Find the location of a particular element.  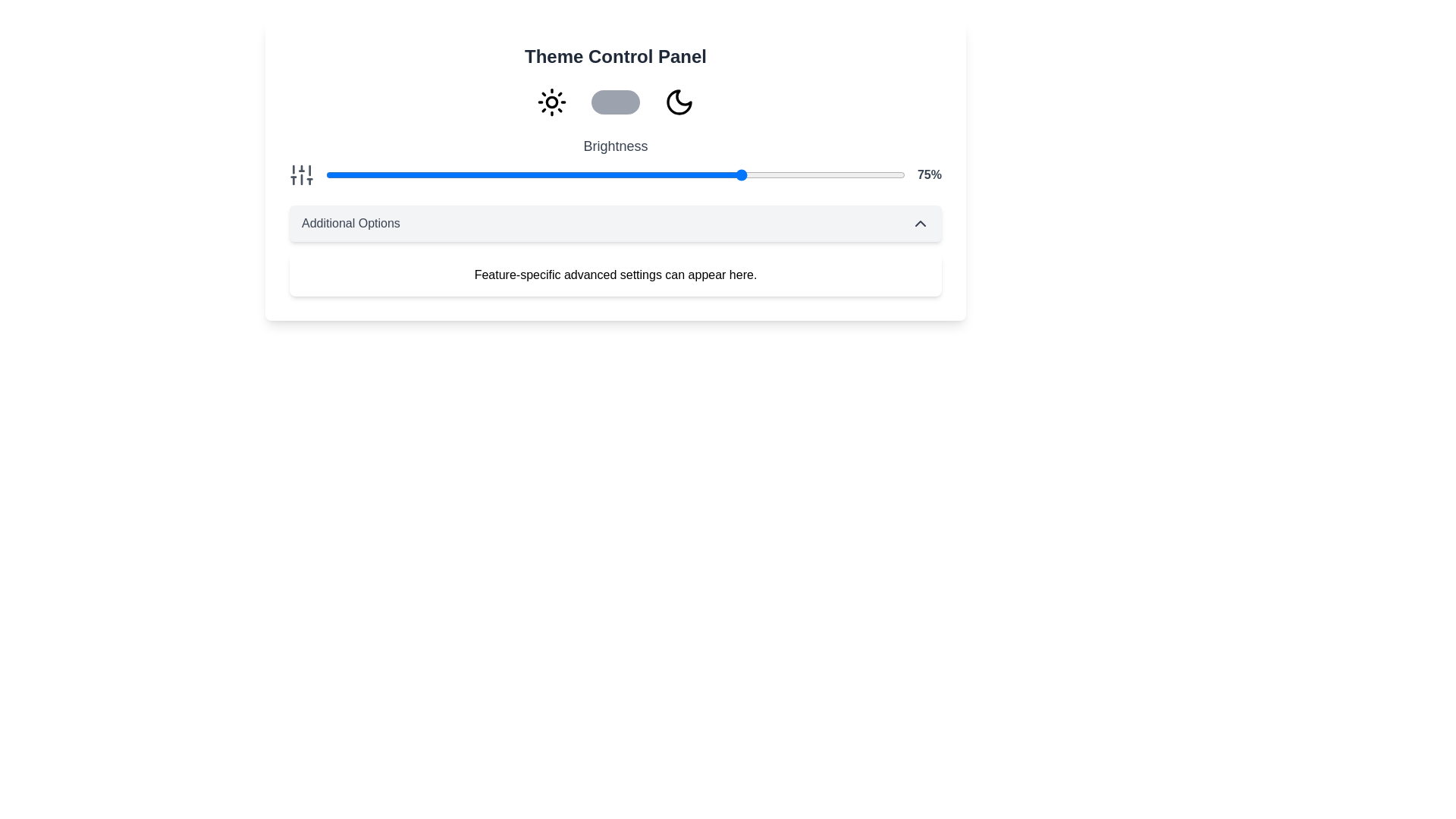

the brightness level is located at coordinates (441, 174).